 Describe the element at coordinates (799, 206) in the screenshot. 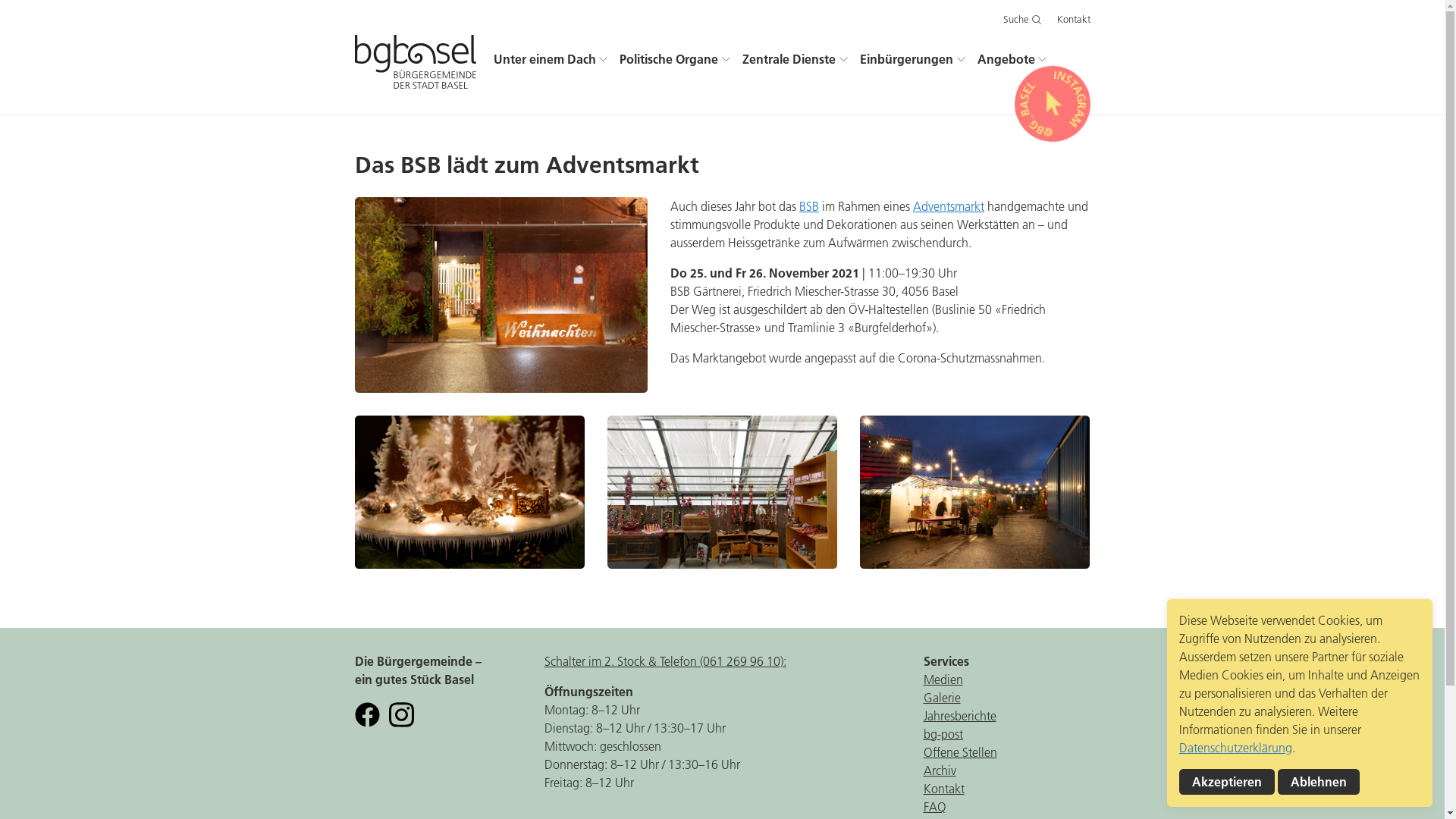

I see `'BSB'` at that location.